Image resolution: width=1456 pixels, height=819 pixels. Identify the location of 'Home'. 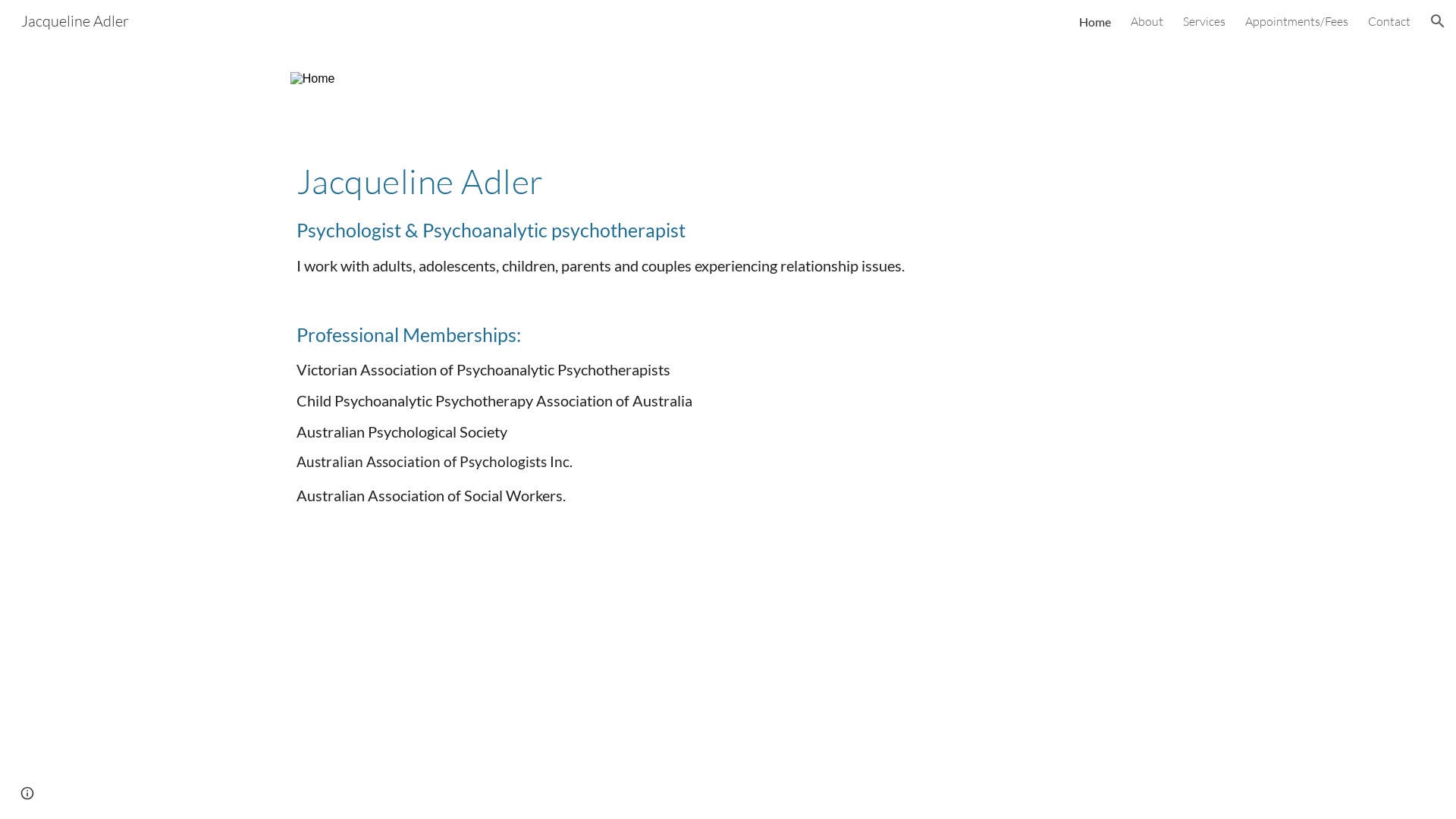
(1095, 20).